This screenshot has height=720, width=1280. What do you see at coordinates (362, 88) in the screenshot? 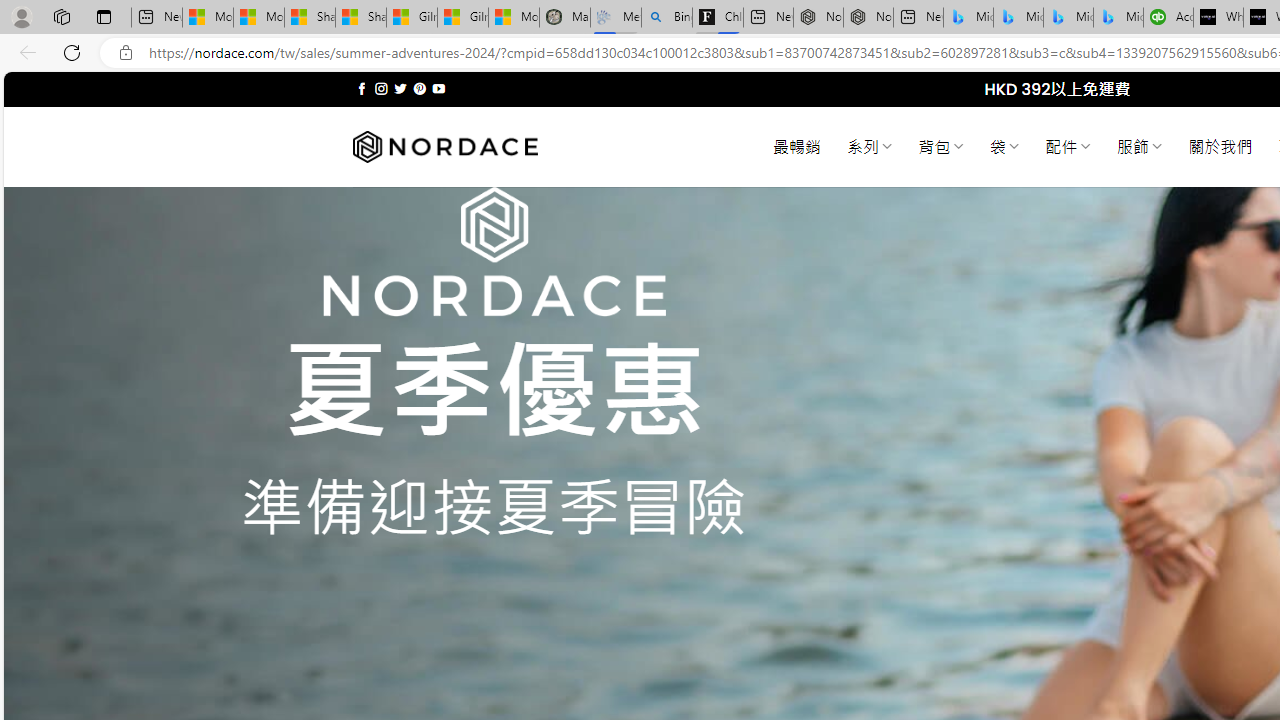
I see `'Follow on Facebook'` at bounding box center [362, 88].